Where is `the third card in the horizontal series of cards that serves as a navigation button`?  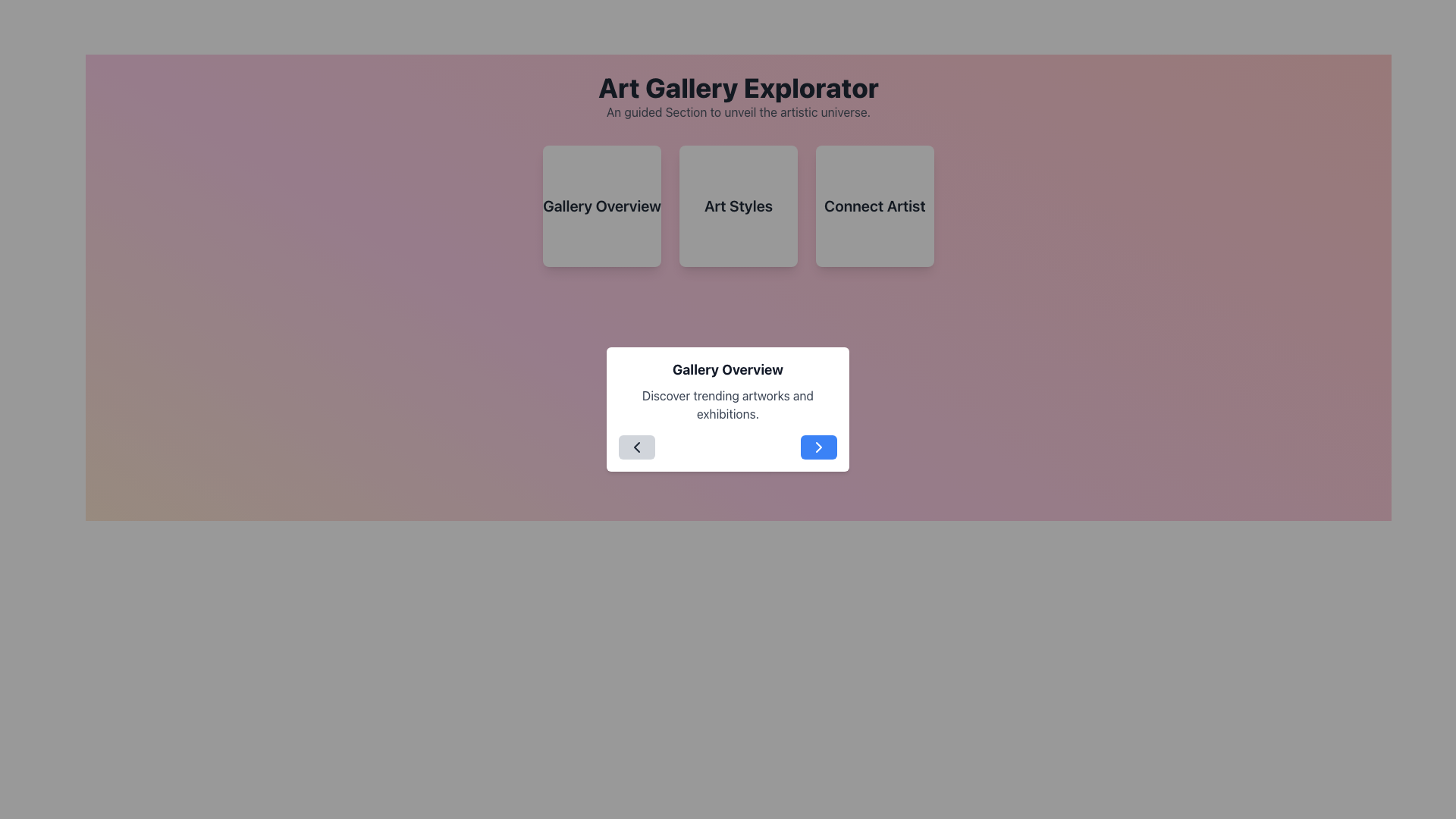
the third card in the horizontal series of cards that serves as a navigation button is located at coordinates (874, 206).